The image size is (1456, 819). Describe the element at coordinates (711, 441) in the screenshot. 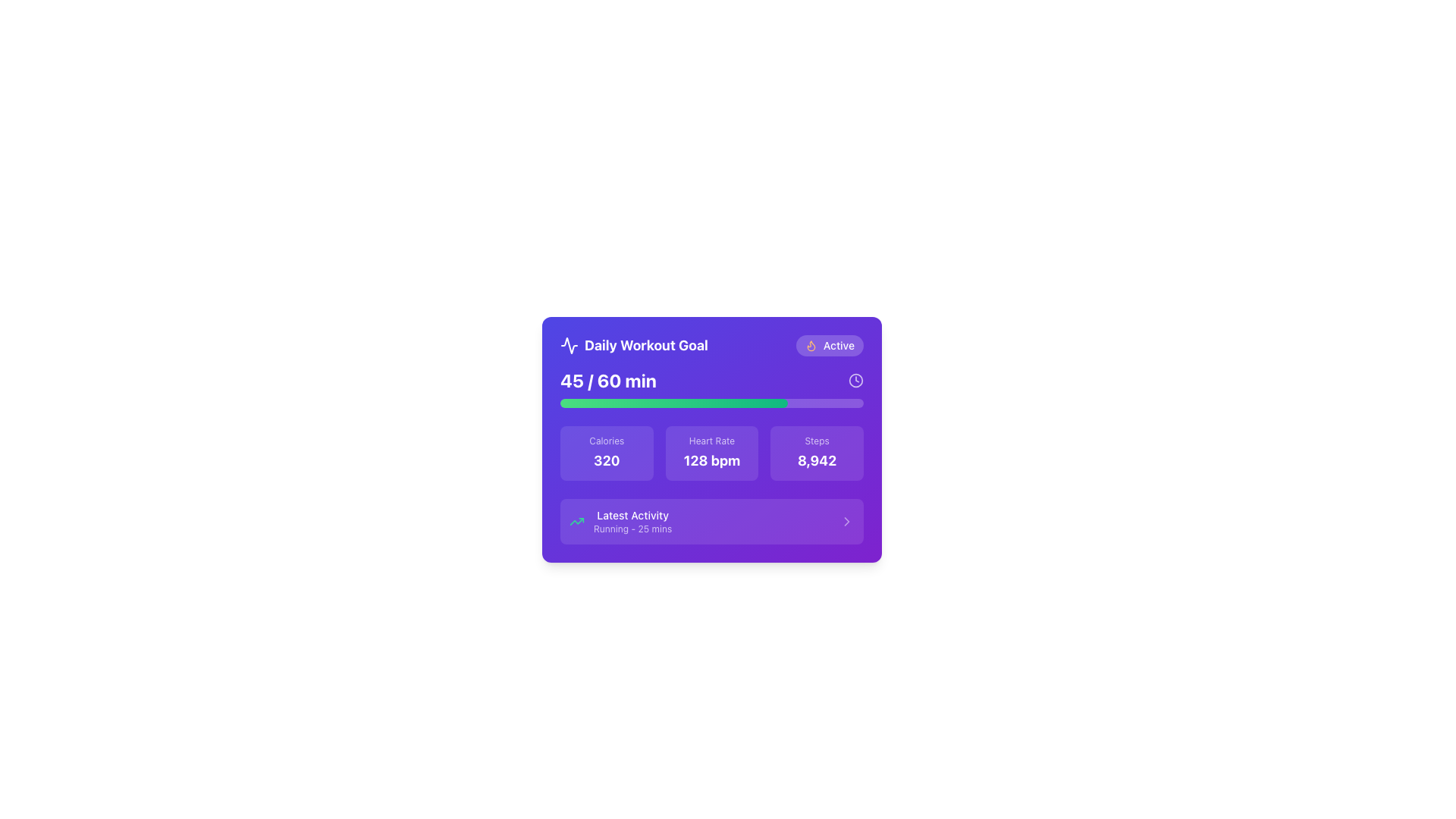

I see `'Heart Rate' text label, which is styled in a small white font with slight opacity on a purple background, serving as the label for heart rate data` at that location.